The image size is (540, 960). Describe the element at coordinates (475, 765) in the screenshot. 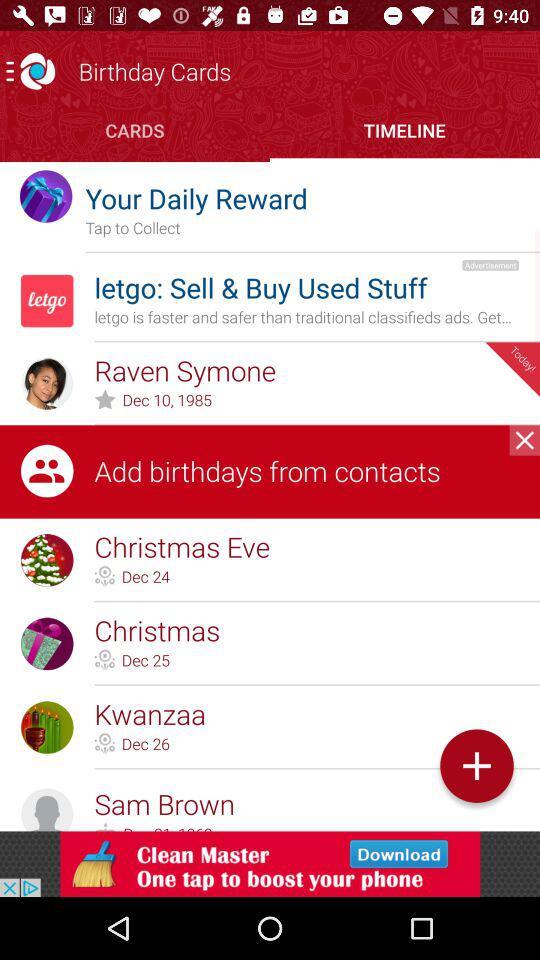

I see `symbol` at that location.